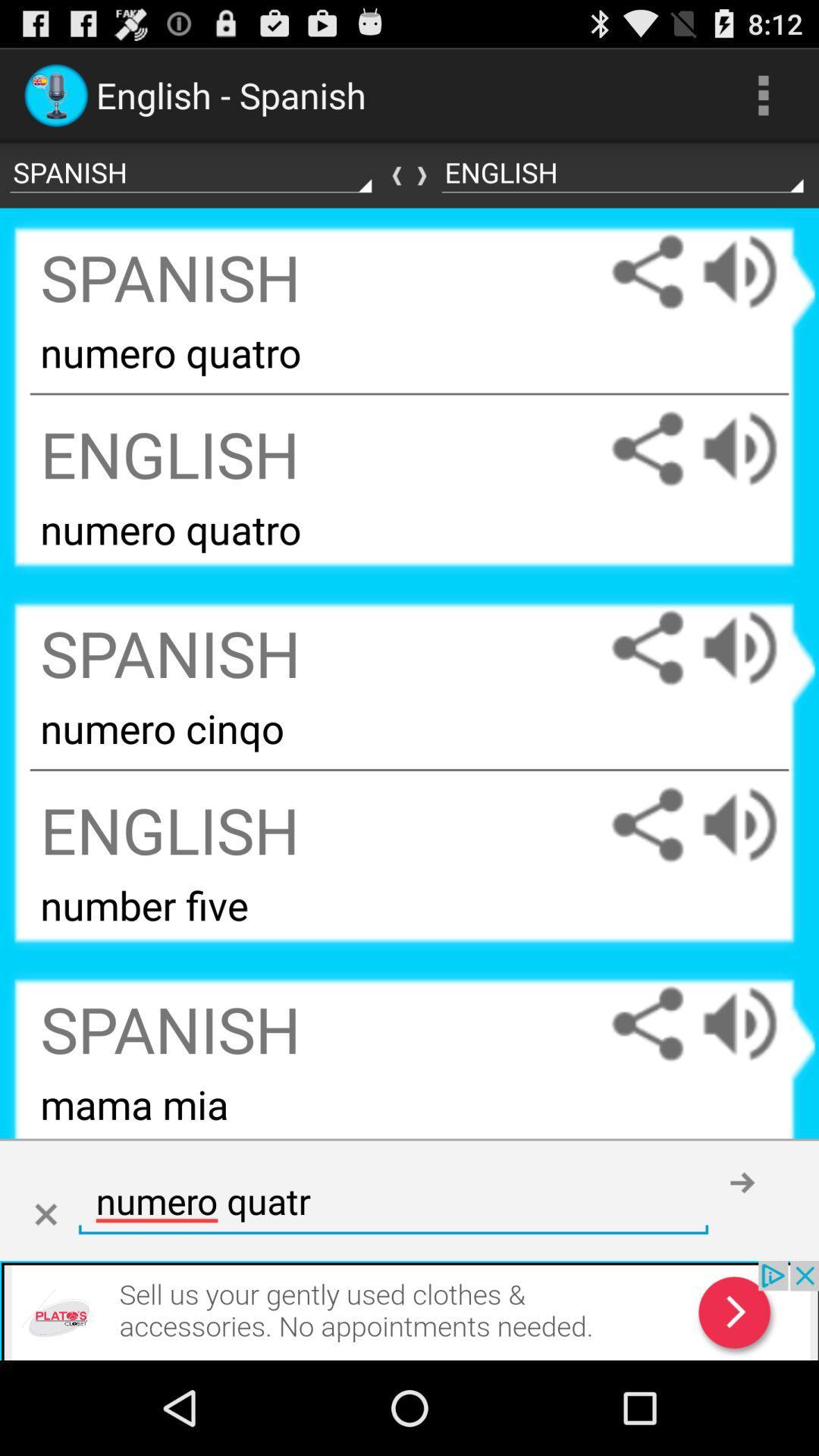 The image size is (819, 1456). I want to click on open advertisement, so click(409, 1310).